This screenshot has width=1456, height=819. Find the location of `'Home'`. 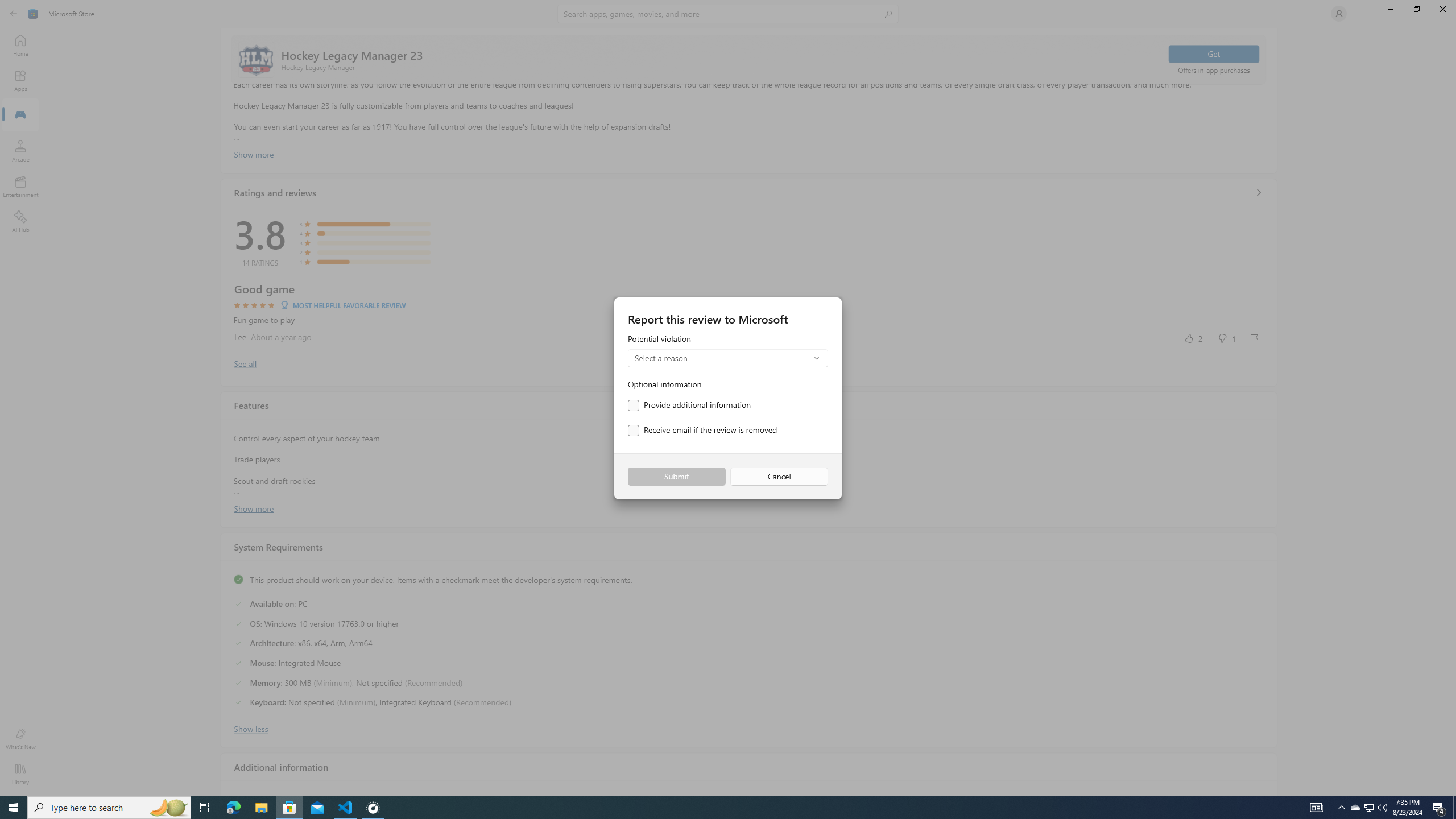

'Home' is located at coordinates (19, 44).